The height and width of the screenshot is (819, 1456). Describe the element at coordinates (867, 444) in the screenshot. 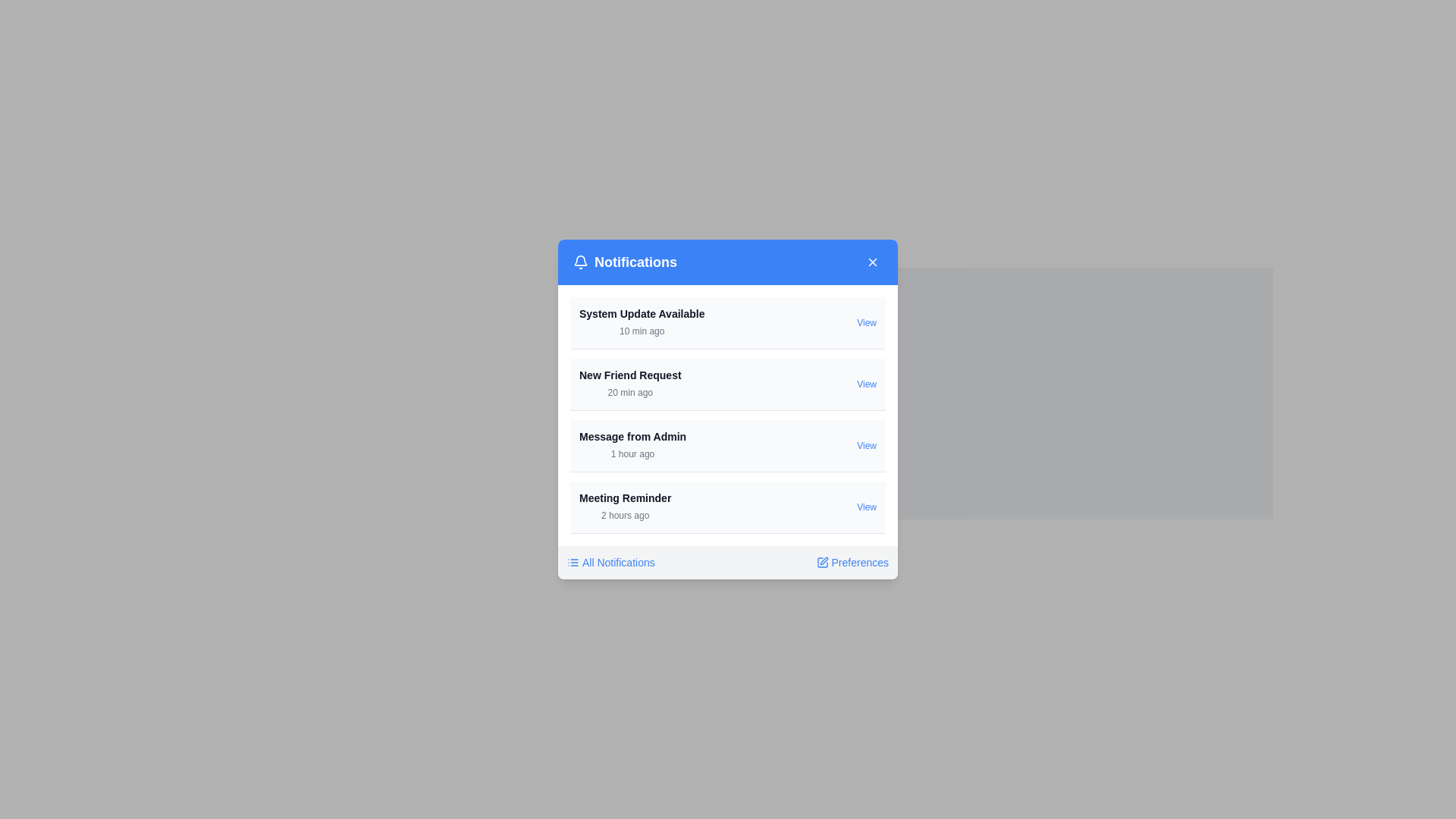

I see `the hyperlinked text located on the right side of the row containing the message 'Message from Admin'` at that location.